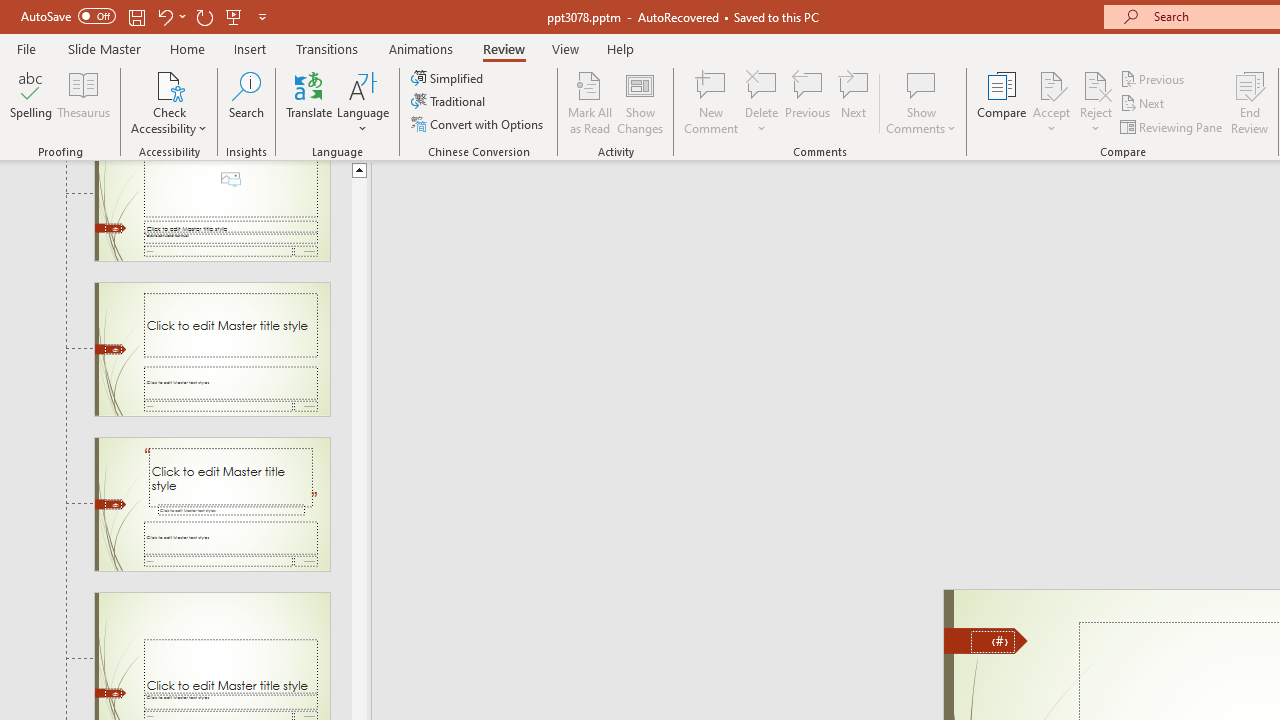 Image resolution: width=1280 pixels, height=720 pixels. Describe the element at coordinates (1095, 103) in the screenshot. I see `'Reject'` at that location.